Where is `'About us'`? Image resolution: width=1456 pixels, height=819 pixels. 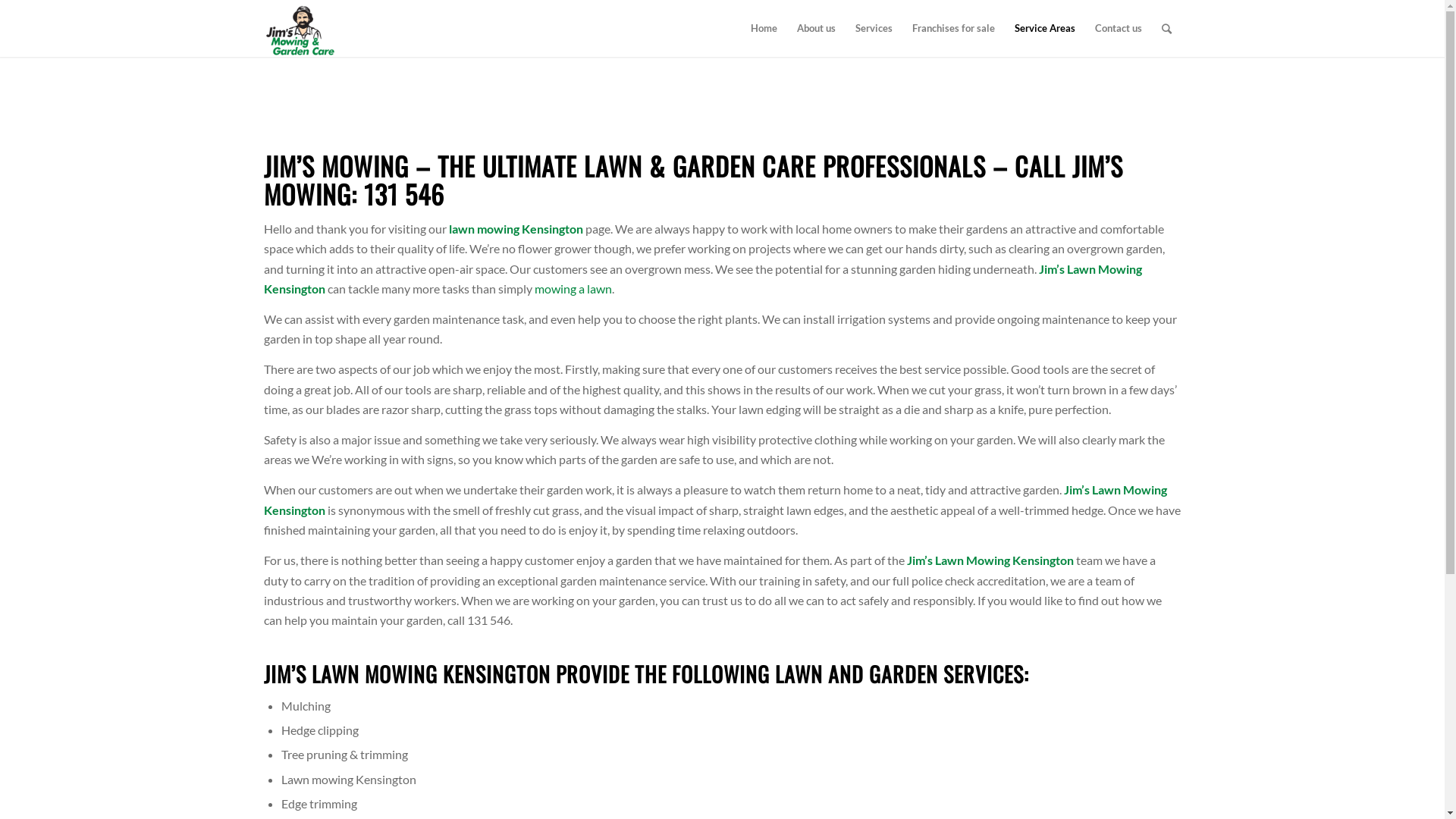 'About us' is located at coordinates (815, 28).